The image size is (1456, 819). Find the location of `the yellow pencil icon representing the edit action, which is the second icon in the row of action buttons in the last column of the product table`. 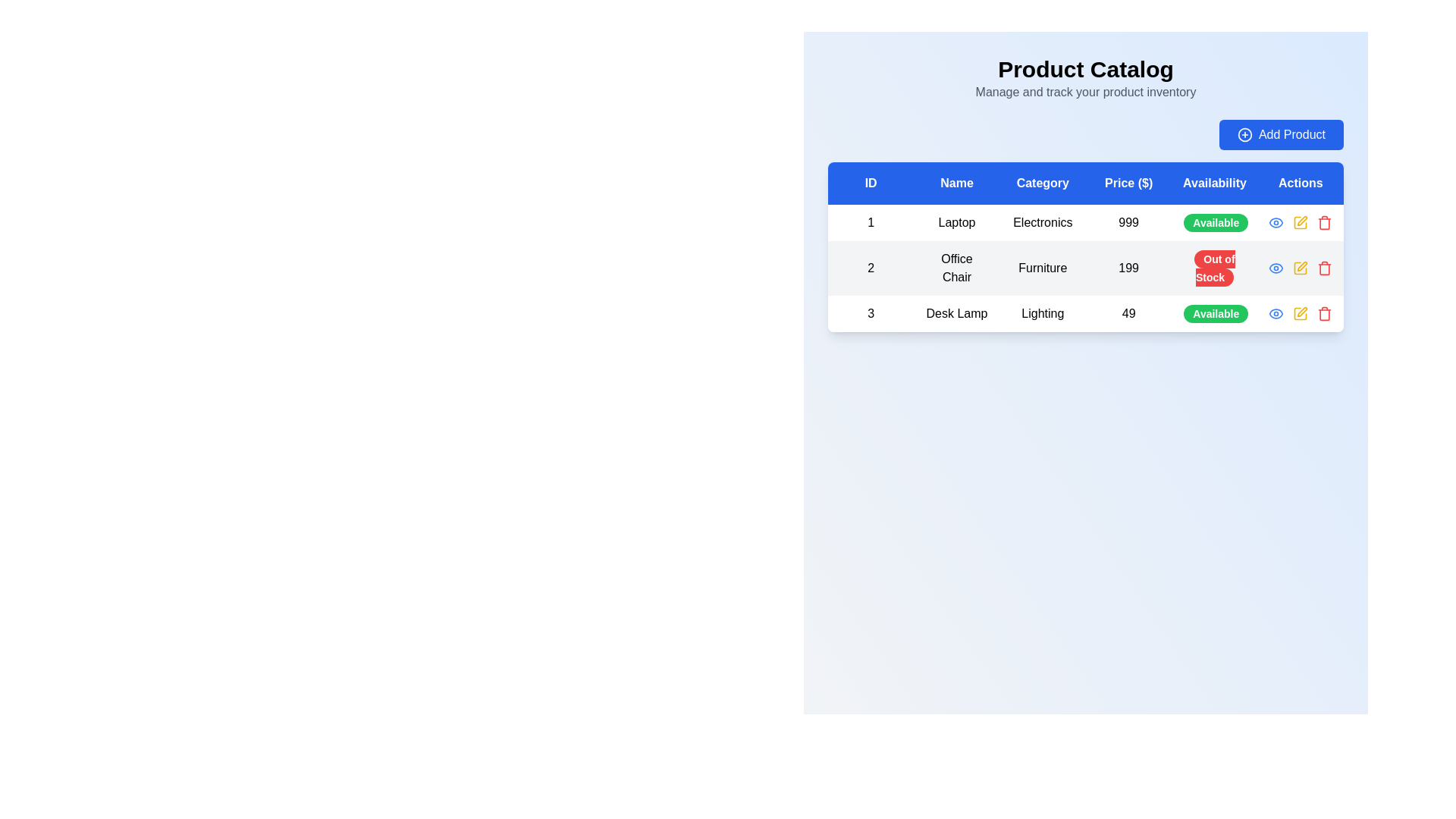

the yellow pencil icon representing the edit action, which is the second icon in the row of action buttons in the last column of the product table is located at coordinates (1300, 222).